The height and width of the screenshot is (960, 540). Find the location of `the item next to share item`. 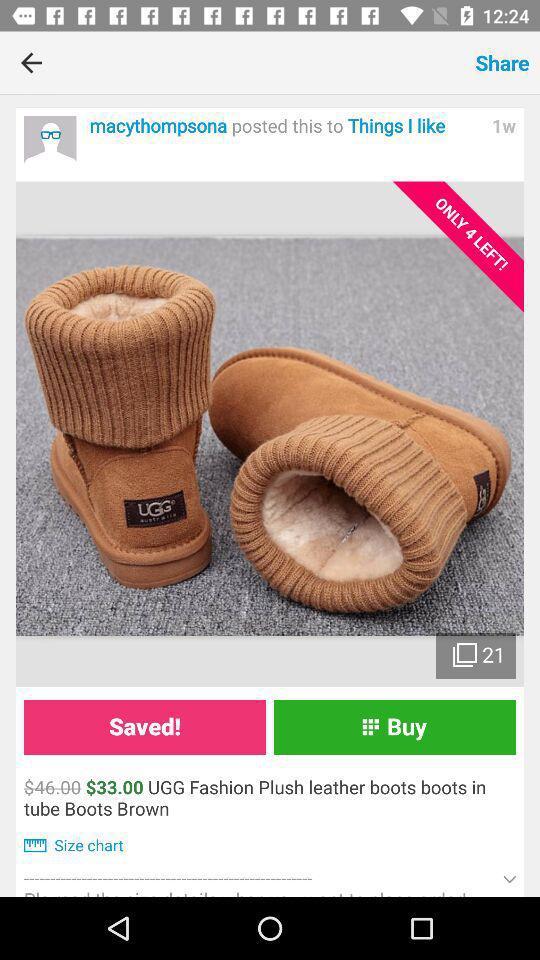

the item next to share item is located at coordinates (264, 62).